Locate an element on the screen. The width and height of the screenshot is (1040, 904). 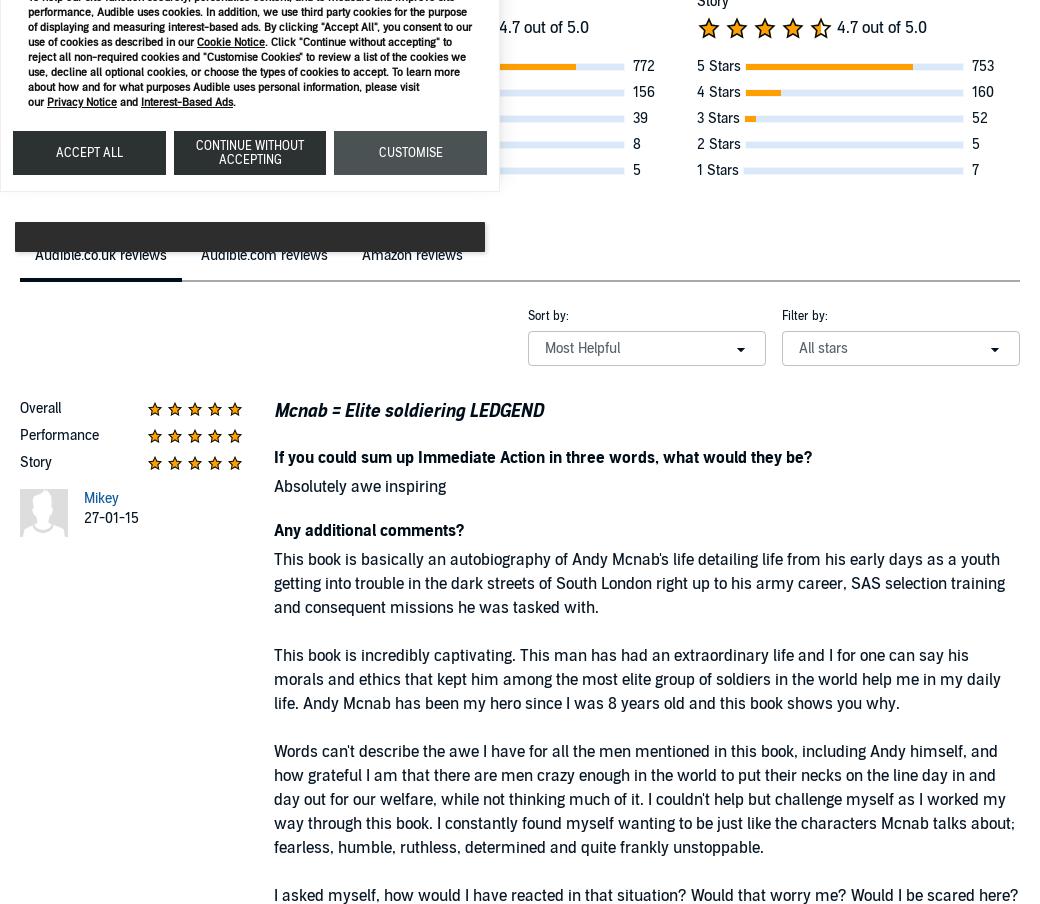
'42' is located at coordinates (301, 117).